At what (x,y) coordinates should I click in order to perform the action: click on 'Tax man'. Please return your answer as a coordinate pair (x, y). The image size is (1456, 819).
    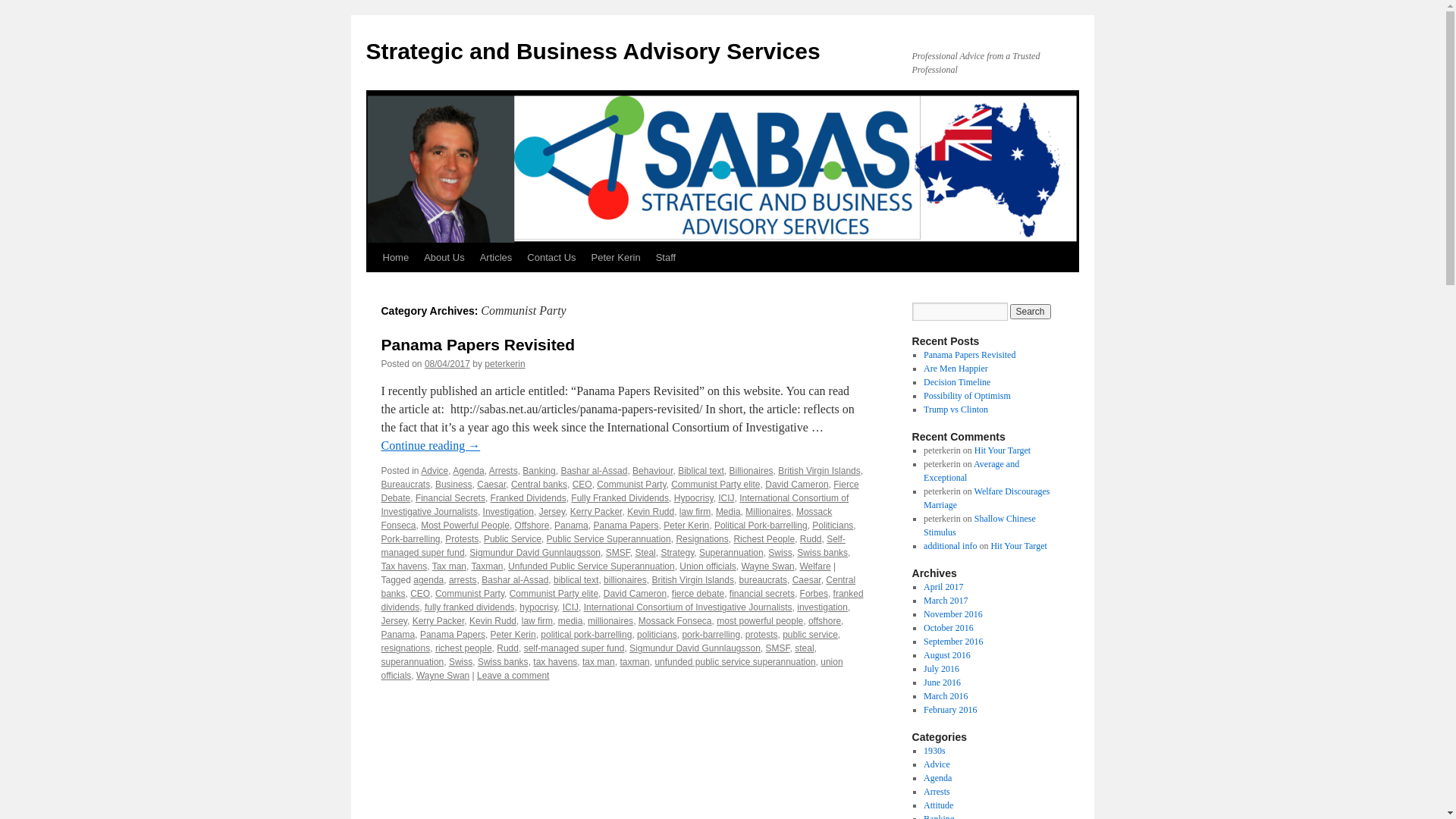
    Looking at the image, I should click on (448, 566).